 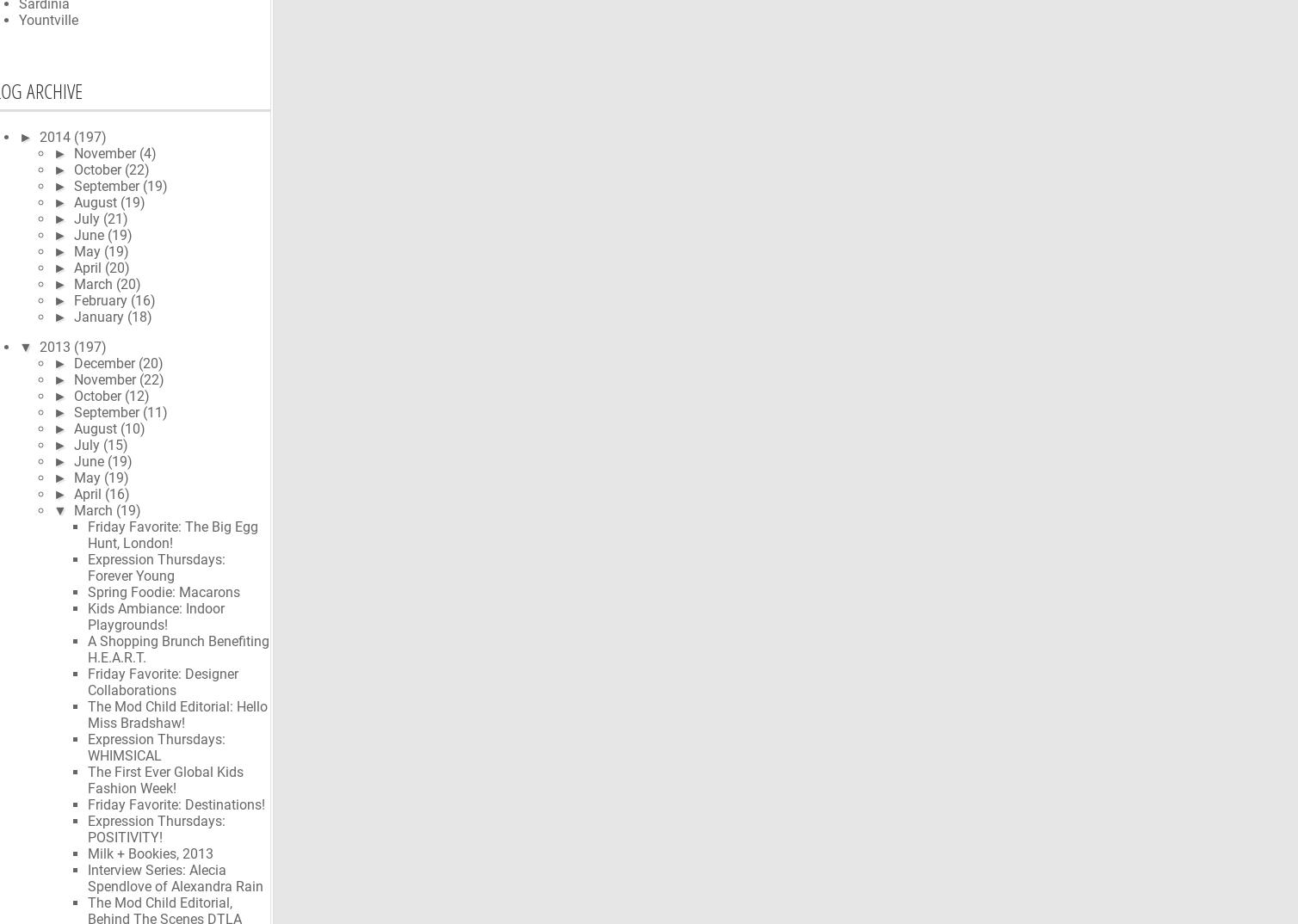 I want to click on 'The First Ever Global Kids Fashion Week!', so click(x=87, y=779).